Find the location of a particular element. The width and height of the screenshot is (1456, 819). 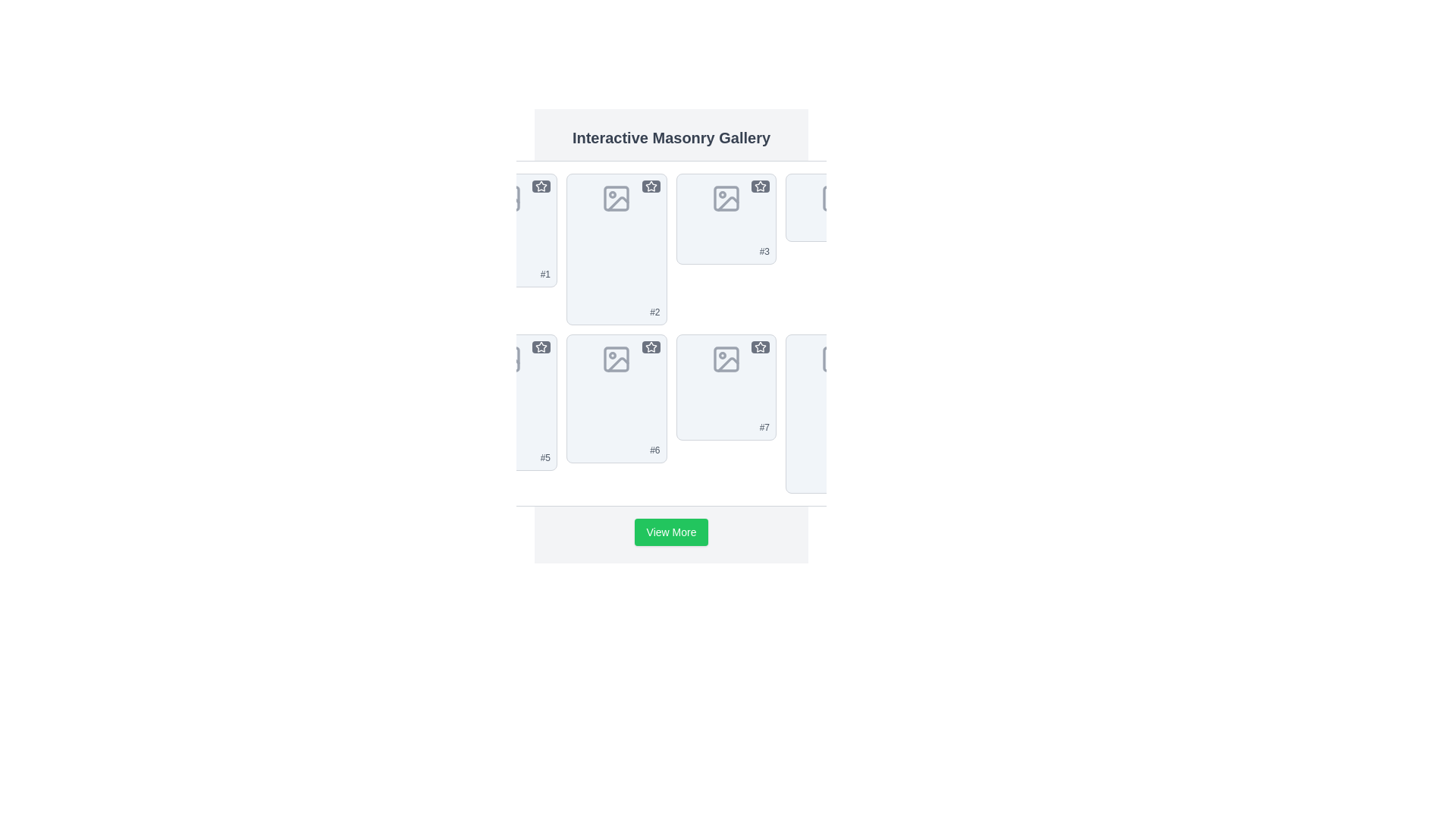

the image placeholder icon within the sixth card of the Interactive Masonry Gallery, located in the lower-middle section of the grid is located at coordinates (617, 359).